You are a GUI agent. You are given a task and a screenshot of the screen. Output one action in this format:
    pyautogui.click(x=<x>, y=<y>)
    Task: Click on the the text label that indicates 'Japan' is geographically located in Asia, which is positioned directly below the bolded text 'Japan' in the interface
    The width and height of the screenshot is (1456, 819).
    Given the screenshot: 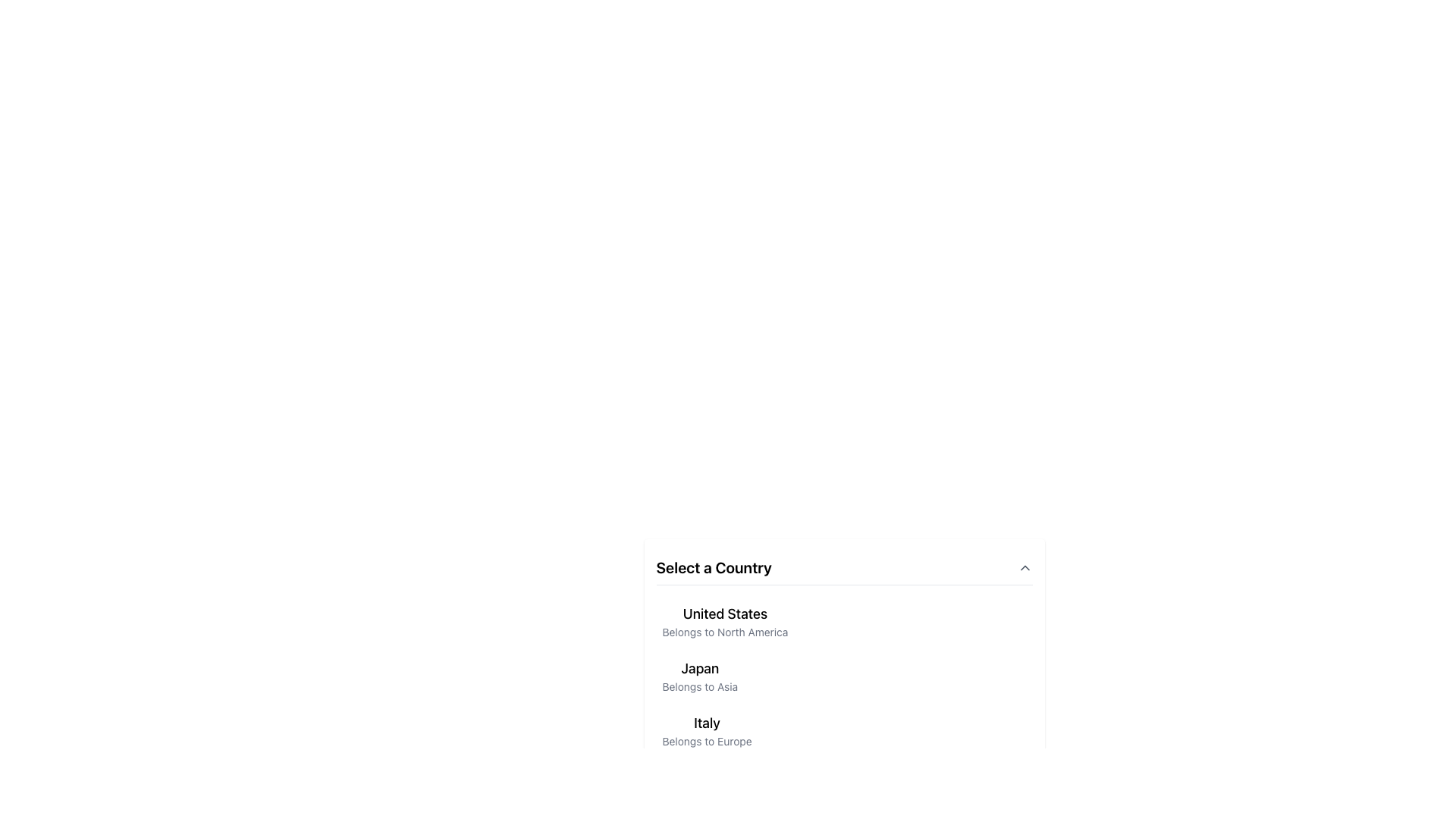 What is the action you would take?
    pyautogui.click(x=699, y=687)
    